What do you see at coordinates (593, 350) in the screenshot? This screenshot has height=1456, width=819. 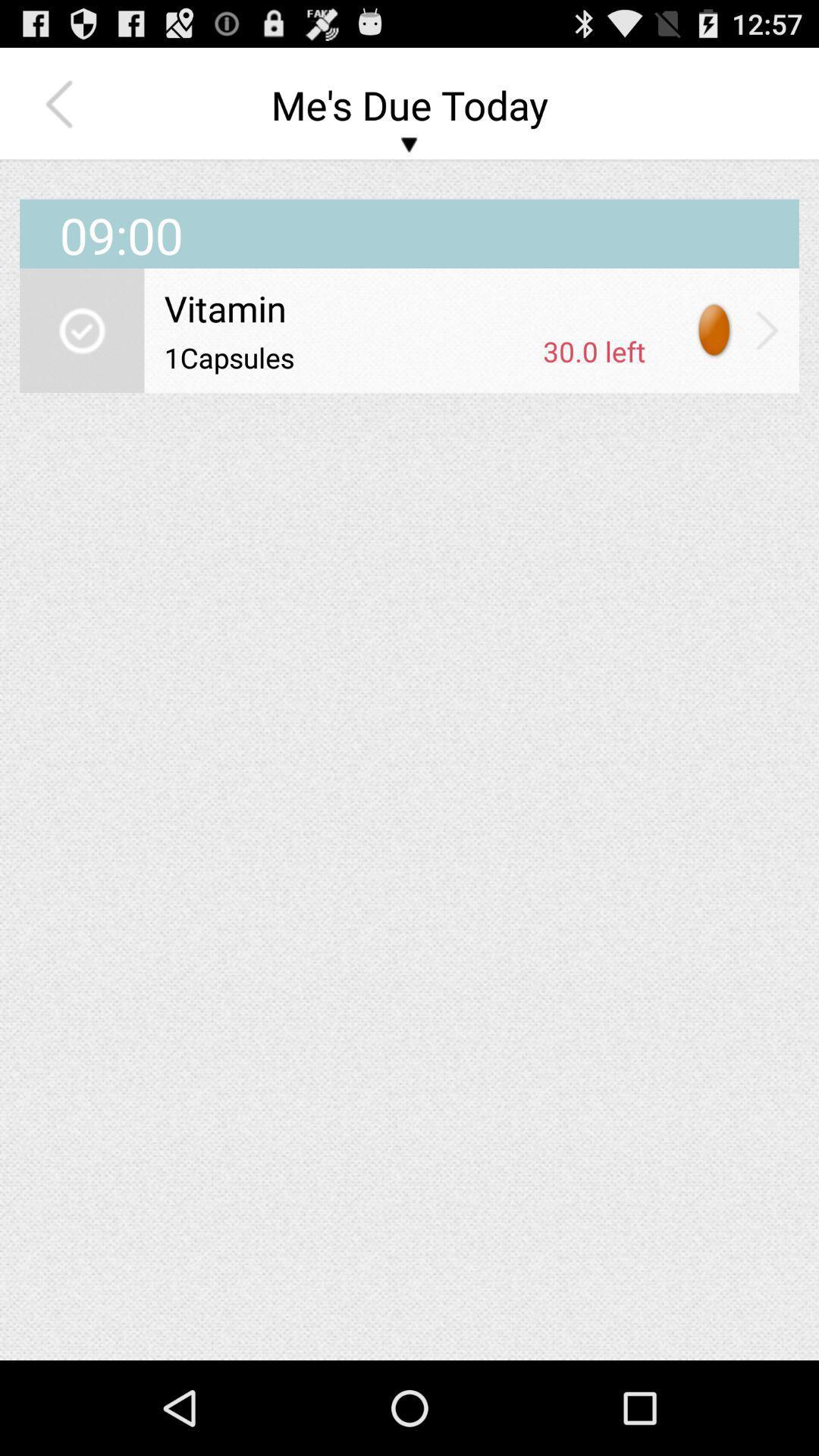 I see `icon below vitamin icon` at bounding box center [593, 350].